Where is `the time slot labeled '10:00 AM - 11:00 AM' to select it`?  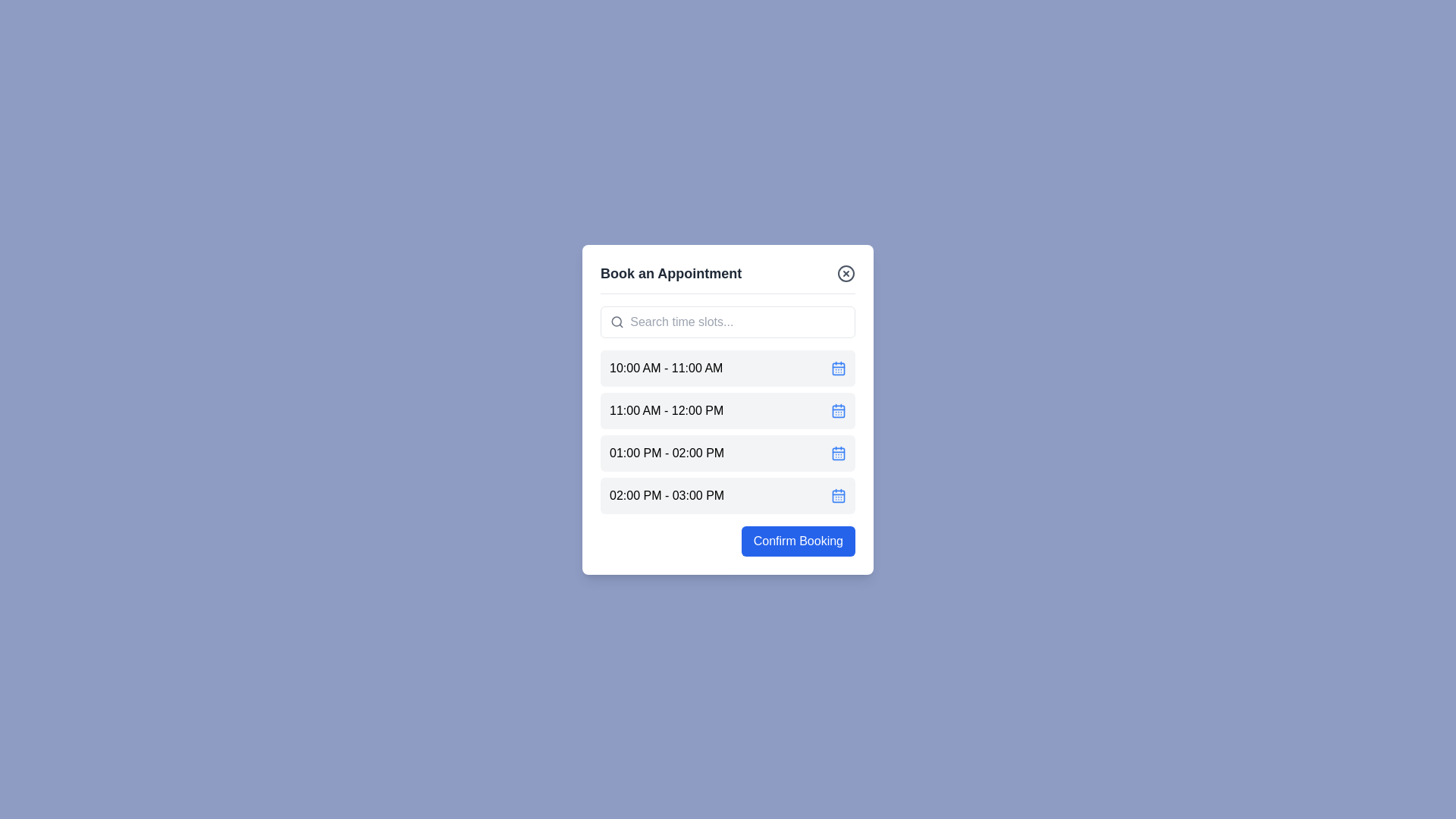 the time slot labeled '10:00 AM - 11:00 AM' to select it is located at coordinates (728, 368).